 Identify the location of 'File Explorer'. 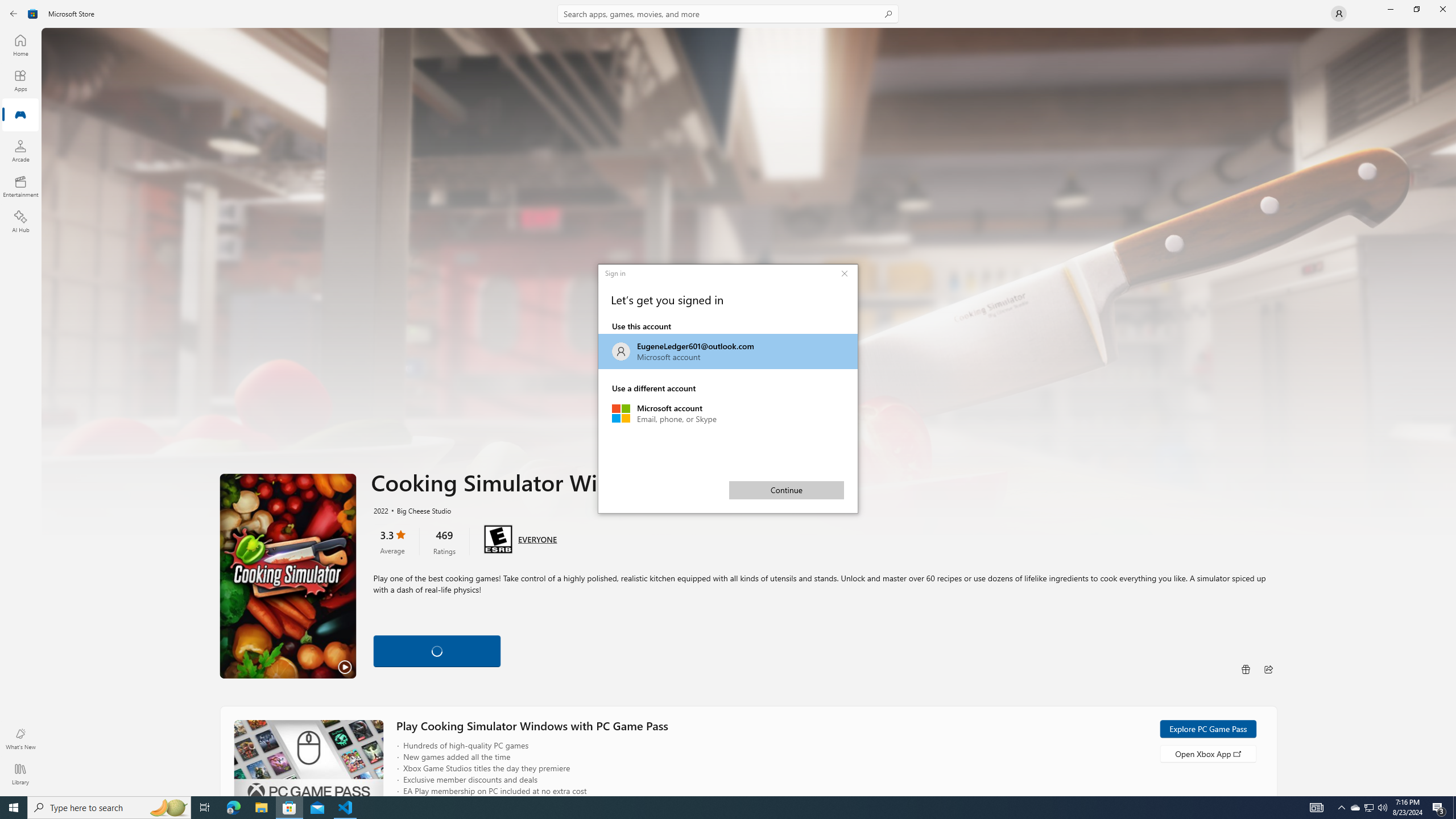
(260, 806).